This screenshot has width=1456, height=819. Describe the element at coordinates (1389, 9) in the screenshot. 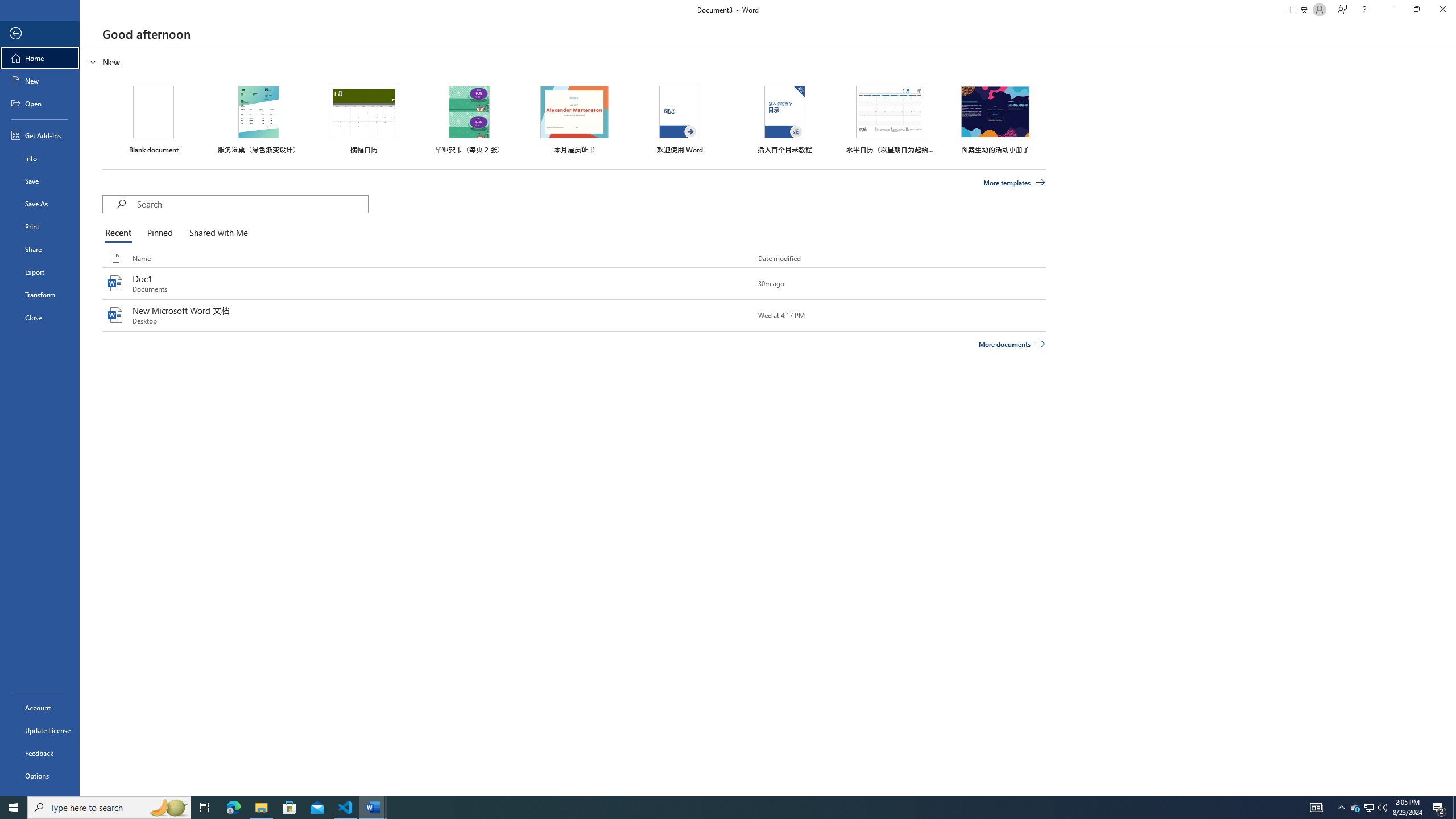

I see `'Minimize'` at that location.